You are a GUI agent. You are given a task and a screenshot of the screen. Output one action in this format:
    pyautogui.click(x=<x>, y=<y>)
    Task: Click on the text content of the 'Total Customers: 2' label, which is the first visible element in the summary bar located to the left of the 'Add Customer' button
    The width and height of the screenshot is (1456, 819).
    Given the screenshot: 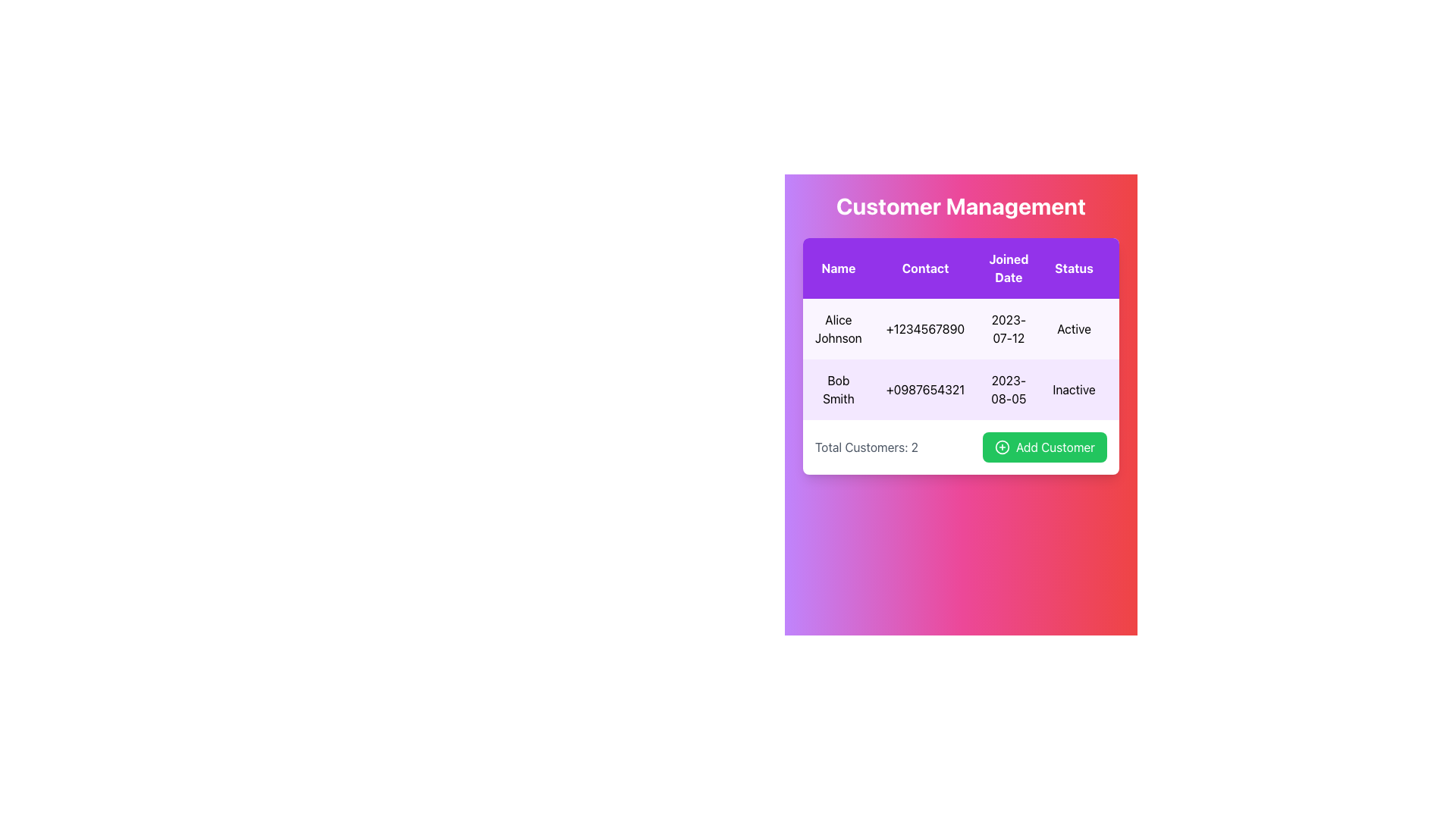 What is the action you would take?
    pyautogui.click(x=866, y=447)
    